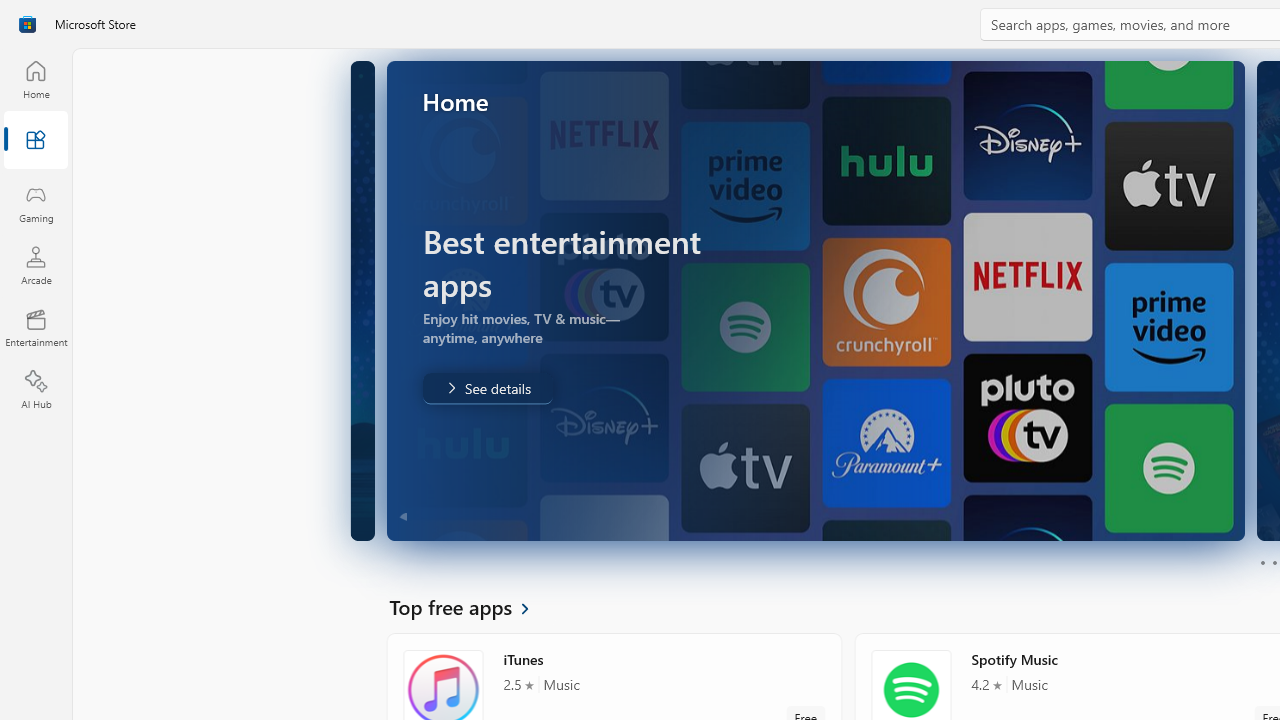 The image size is (1280, 720). What do you see at coordinates (815, 300) in the screenshot?
I see `'AutomationID: Image'` at bounding box center [815, 300].